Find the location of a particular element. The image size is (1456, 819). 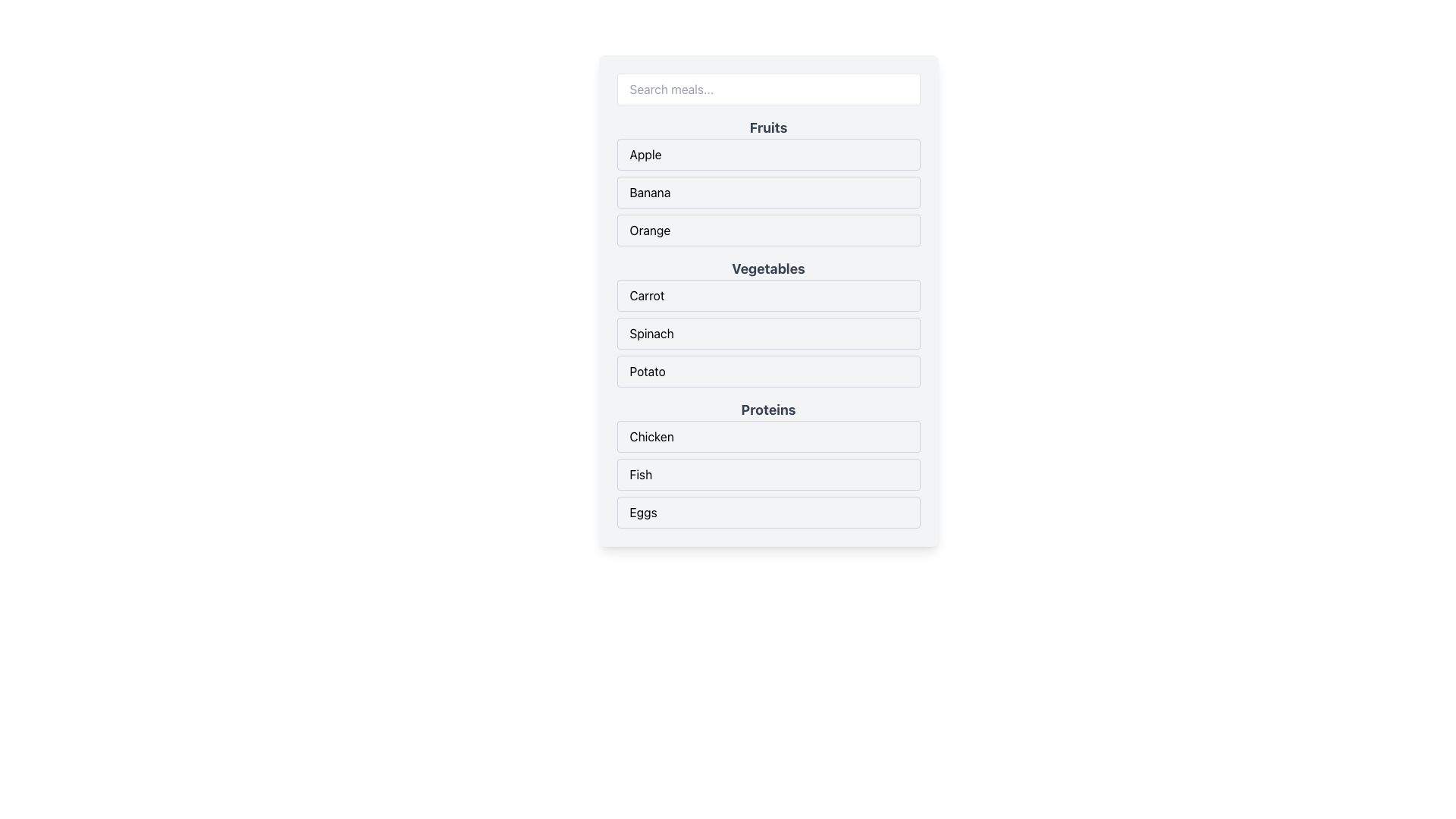

the 'Carrot' button, which is the first entry in the 'Vegetables' section is located at coordinates (768, 295).